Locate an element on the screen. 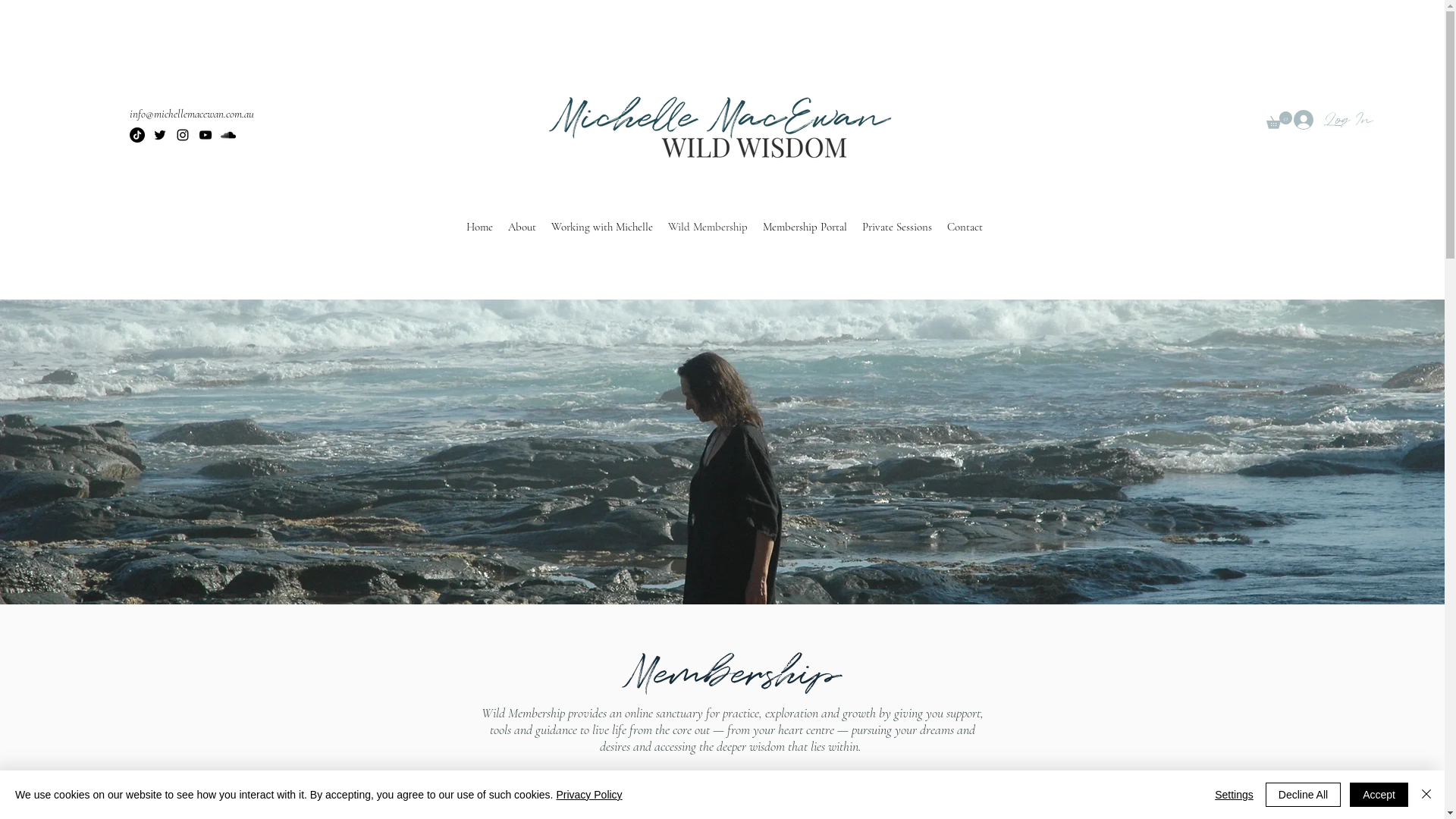 This screenshot has height=819, width=1456. 'About' is located at coordinates (522, 227).